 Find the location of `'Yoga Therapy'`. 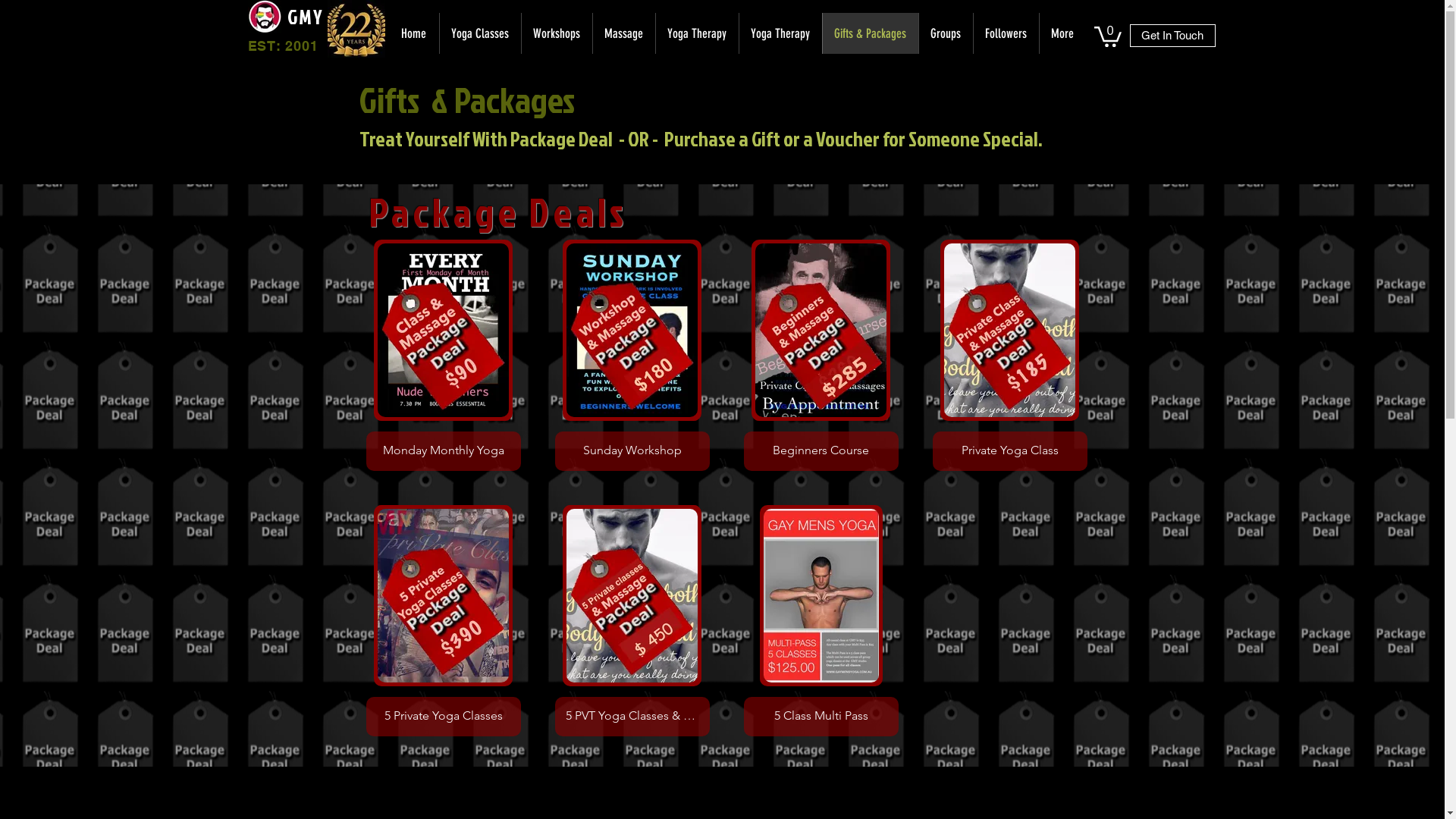

'Yoga Therapy' is located at coordinates (739, 33).